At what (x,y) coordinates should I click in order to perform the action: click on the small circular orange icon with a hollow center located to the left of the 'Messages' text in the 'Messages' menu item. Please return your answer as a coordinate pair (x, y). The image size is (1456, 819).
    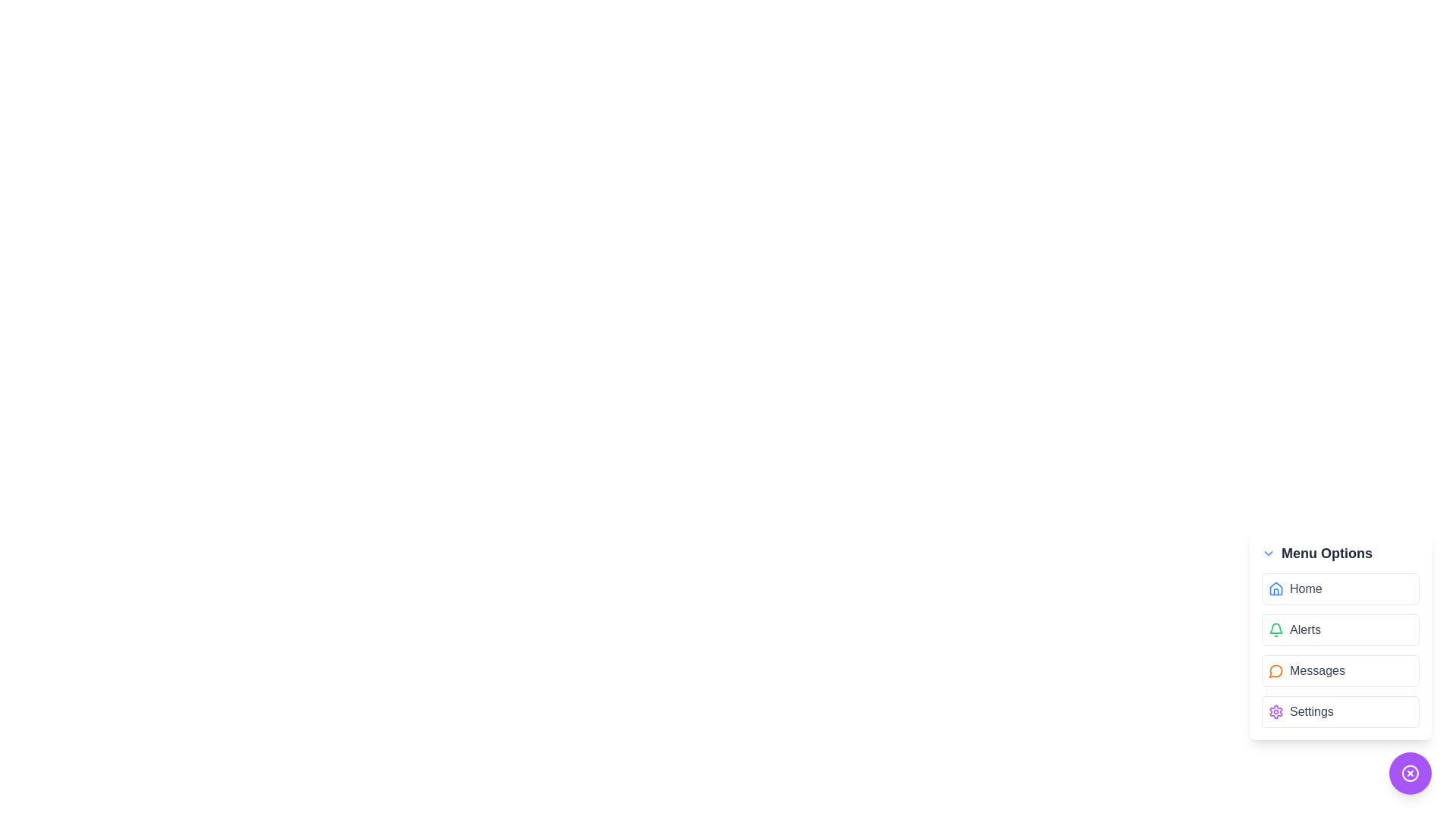
    Looking at the image, I should click on (1276, 670).